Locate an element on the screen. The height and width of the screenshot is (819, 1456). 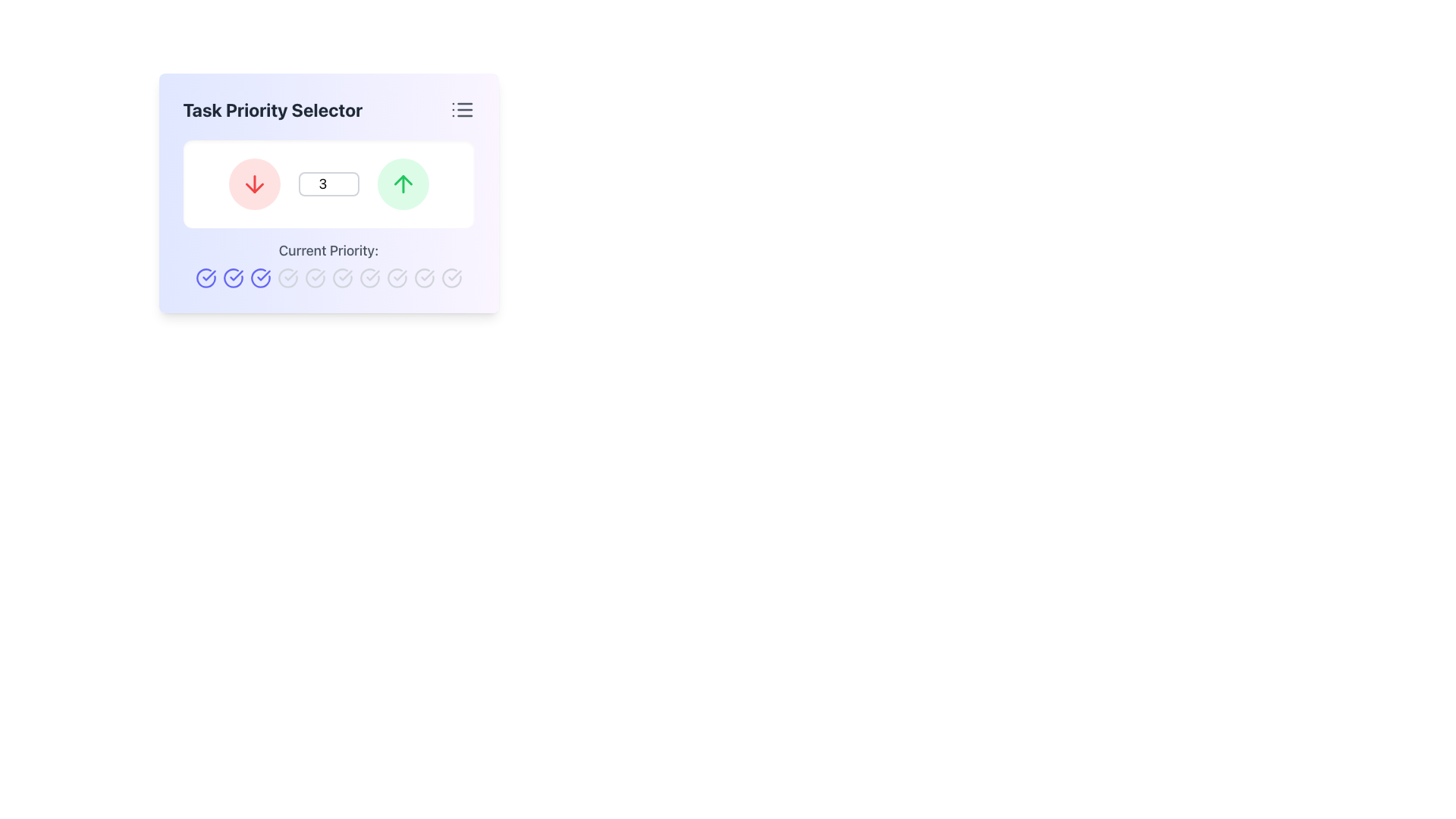
the third active circular icon with a check mark inside it, styled in indigo color, located in the 'Current Priority' section is located at coordinates (260, 278).